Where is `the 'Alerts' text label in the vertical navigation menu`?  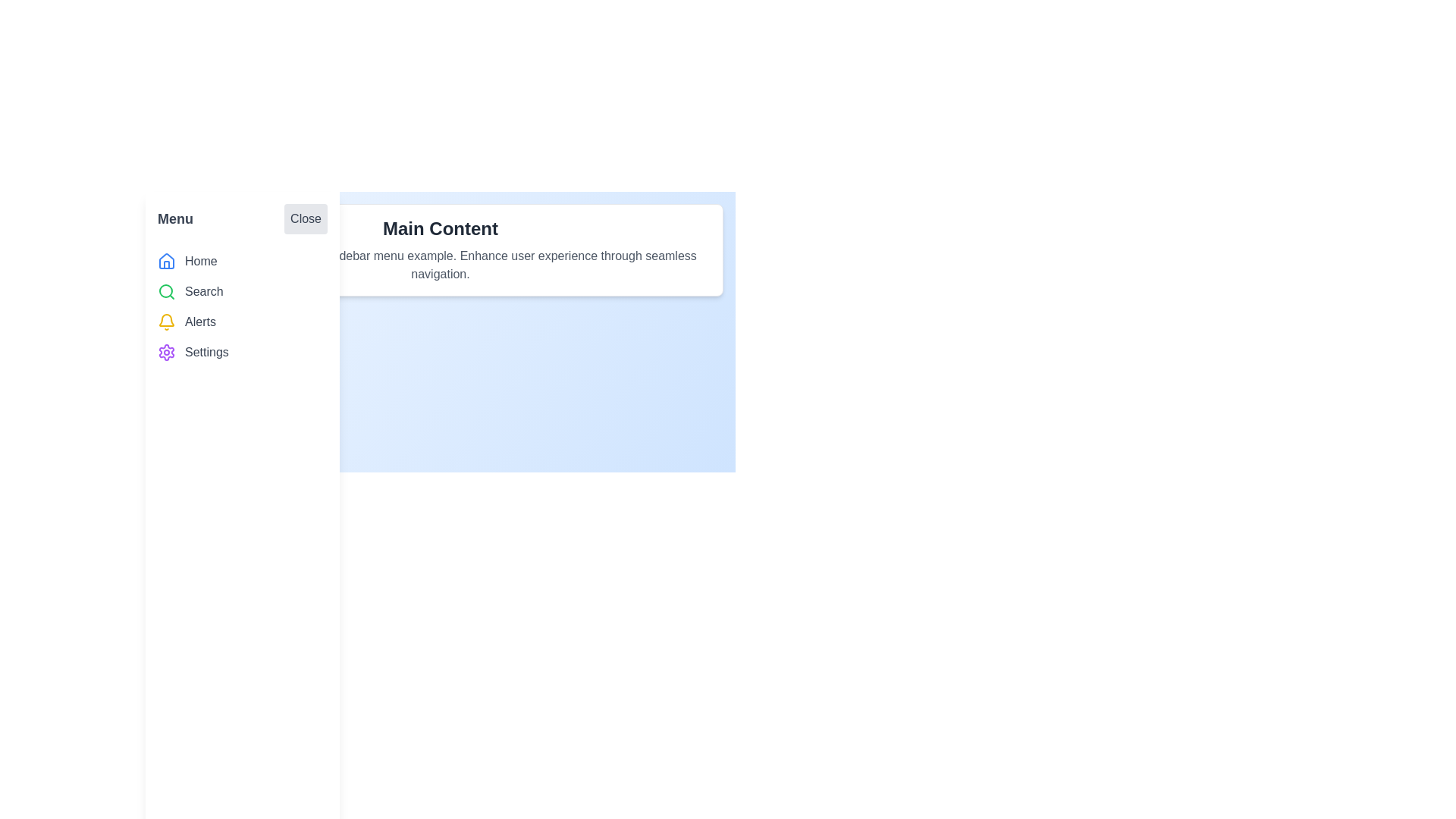
the 'Alerts' text label in the vertical navigation menu is located at coordinates (199, 321).